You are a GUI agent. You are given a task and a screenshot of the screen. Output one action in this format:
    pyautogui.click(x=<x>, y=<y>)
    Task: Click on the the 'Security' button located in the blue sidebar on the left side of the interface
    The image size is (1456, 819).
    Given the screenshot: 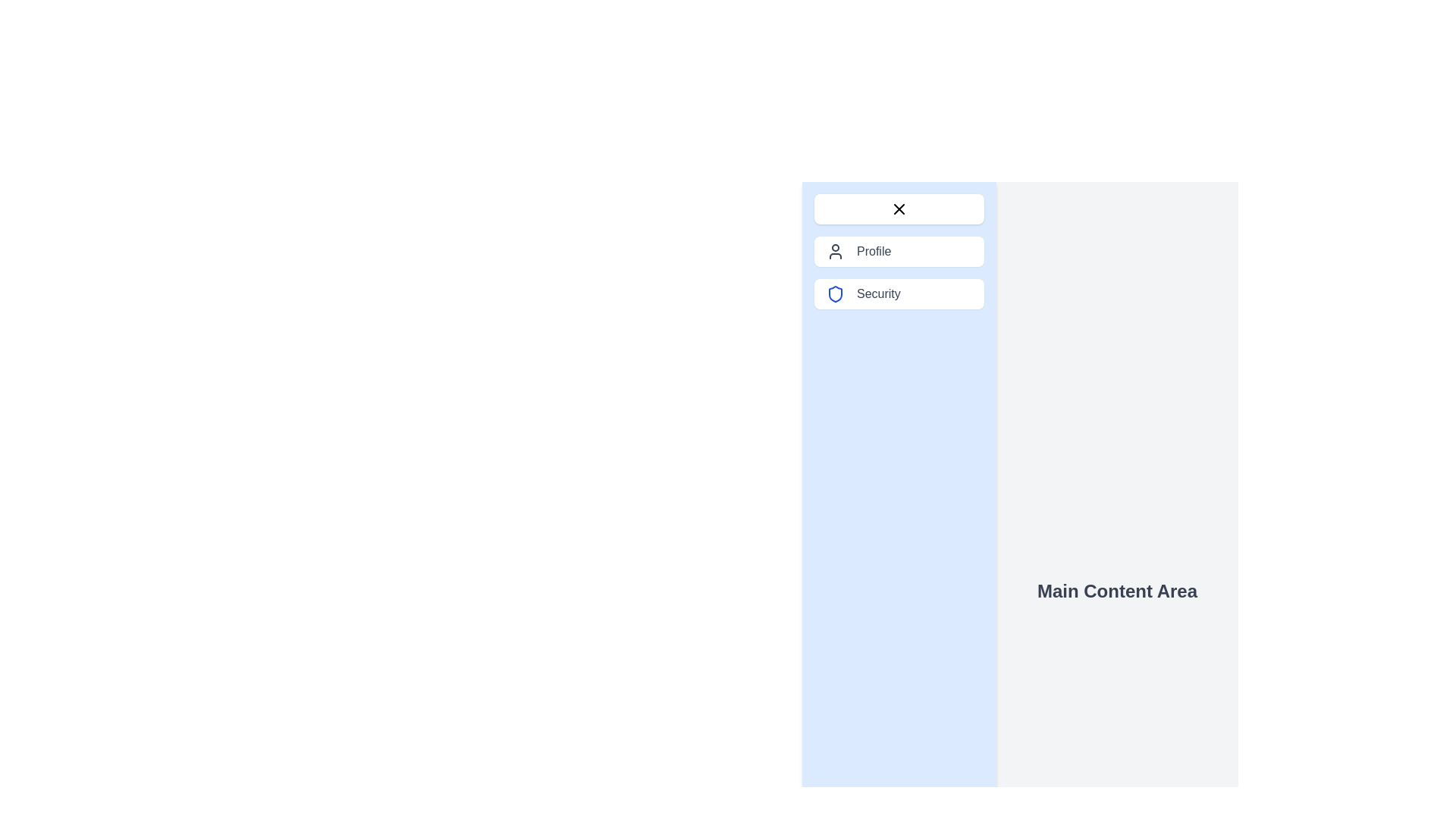 What is the action you would take?
    pyautogui.click(x=899, y=294)
    